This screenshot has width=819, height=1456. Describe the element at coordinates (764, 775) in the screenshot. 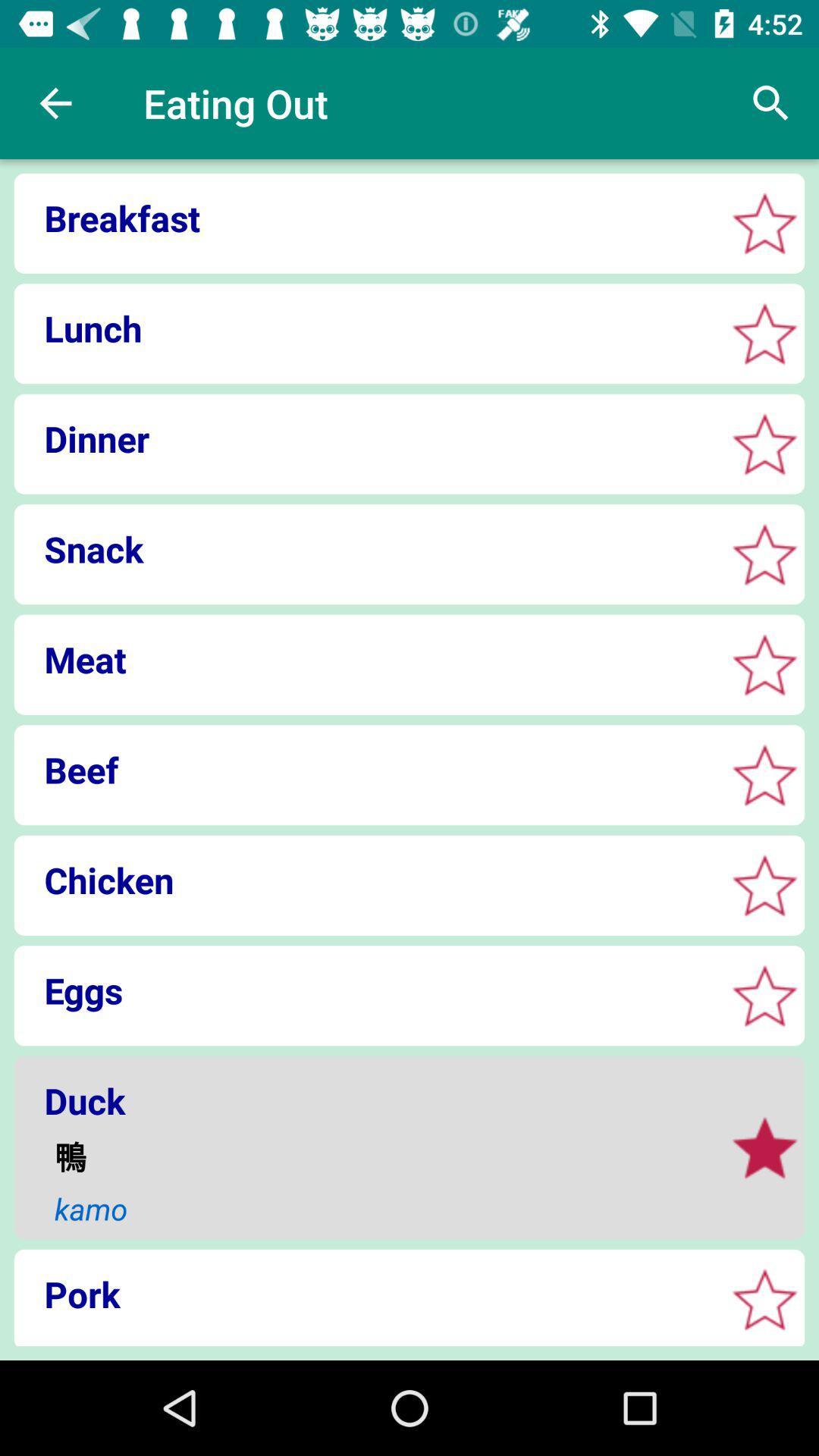

I see `to favorites` at that location.